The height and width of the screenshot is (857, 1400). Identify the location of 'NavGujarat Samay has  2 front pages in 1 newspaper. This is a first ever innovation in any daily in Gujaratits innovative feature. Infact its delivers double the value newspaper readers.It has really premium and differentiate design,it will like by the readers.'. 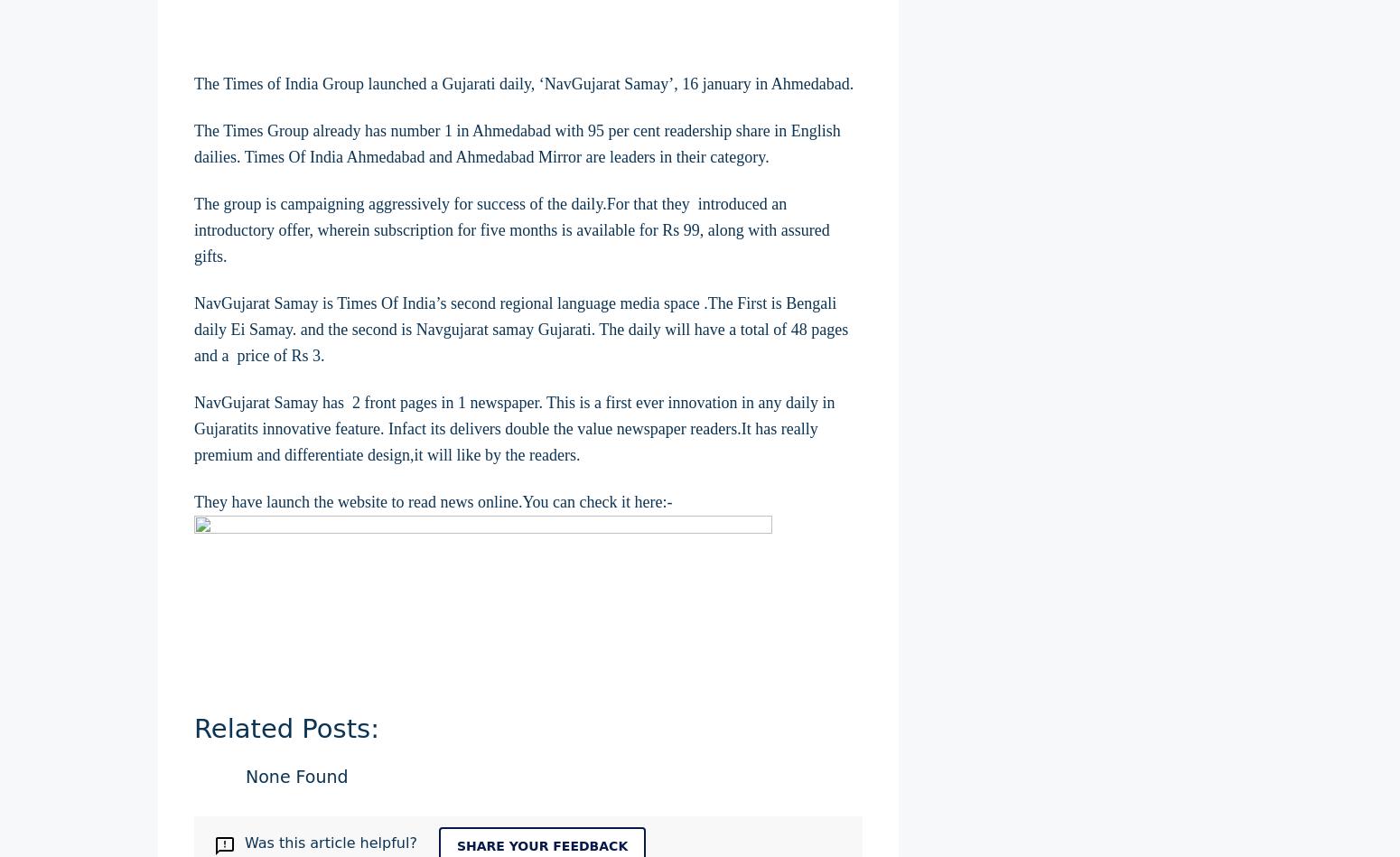
(192, 428).